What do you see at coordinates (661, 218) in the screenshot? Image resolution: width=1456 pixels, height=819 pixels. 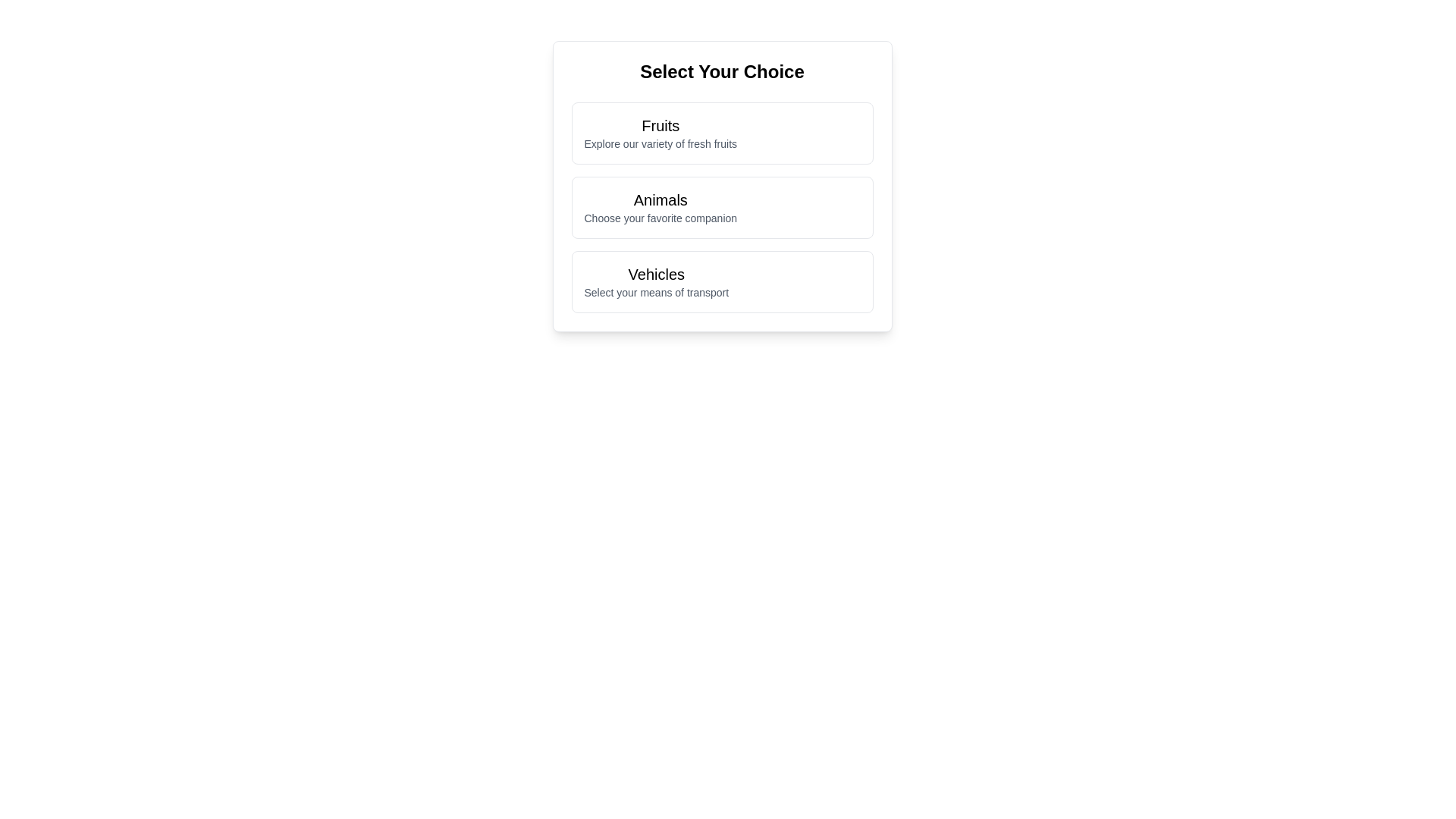 I see `the descriptive subtitle label for the 'Animals' category, which is positioned below the 'Animals' title and is in the middle section of a vertical list` at bounding box center [661, 218].